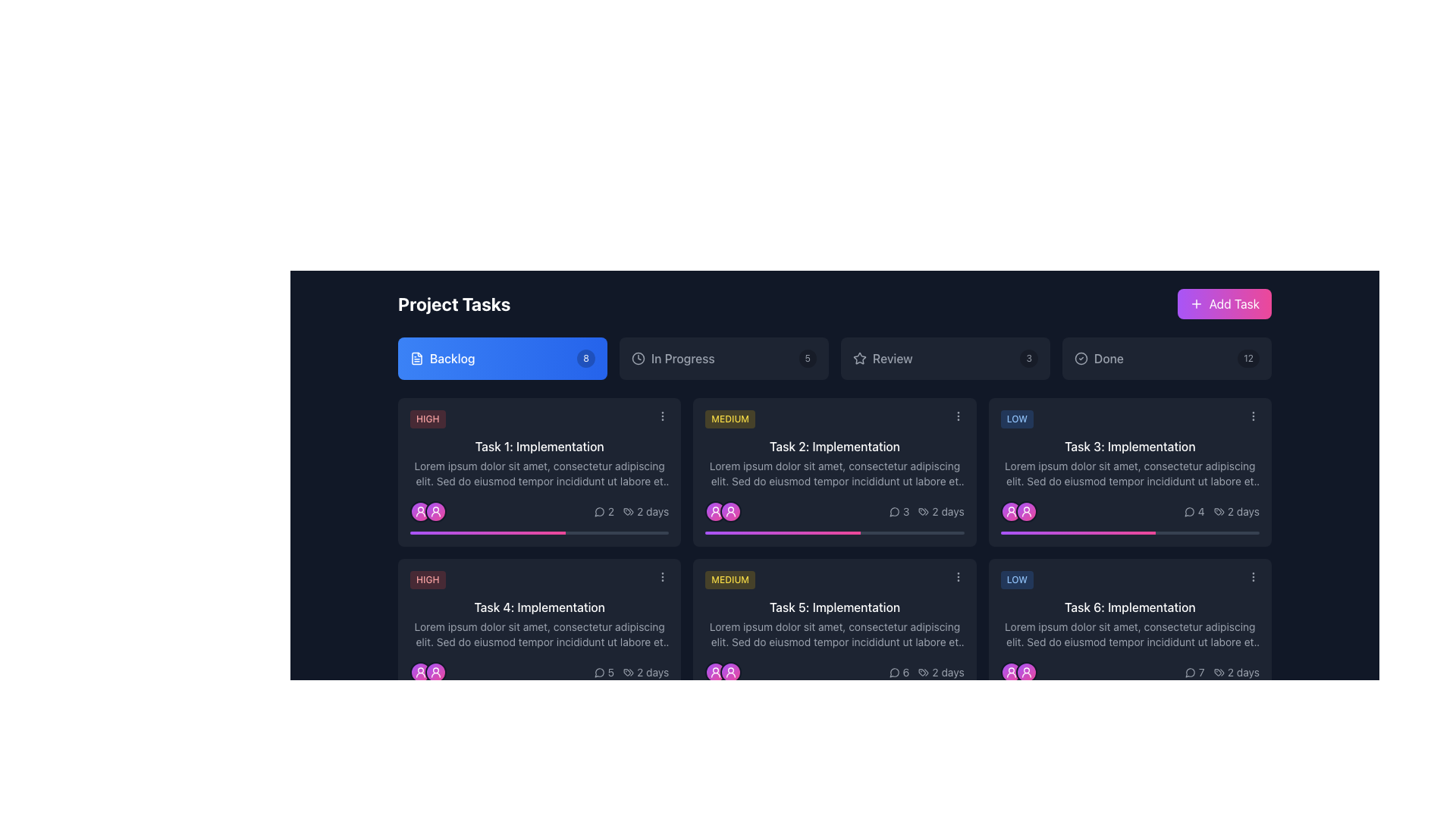 The image size is (1456, 819). I want to click on the 'In Progress' button-like category tab, which is located between 'Backlog' and 'Review', so click(723, 359).